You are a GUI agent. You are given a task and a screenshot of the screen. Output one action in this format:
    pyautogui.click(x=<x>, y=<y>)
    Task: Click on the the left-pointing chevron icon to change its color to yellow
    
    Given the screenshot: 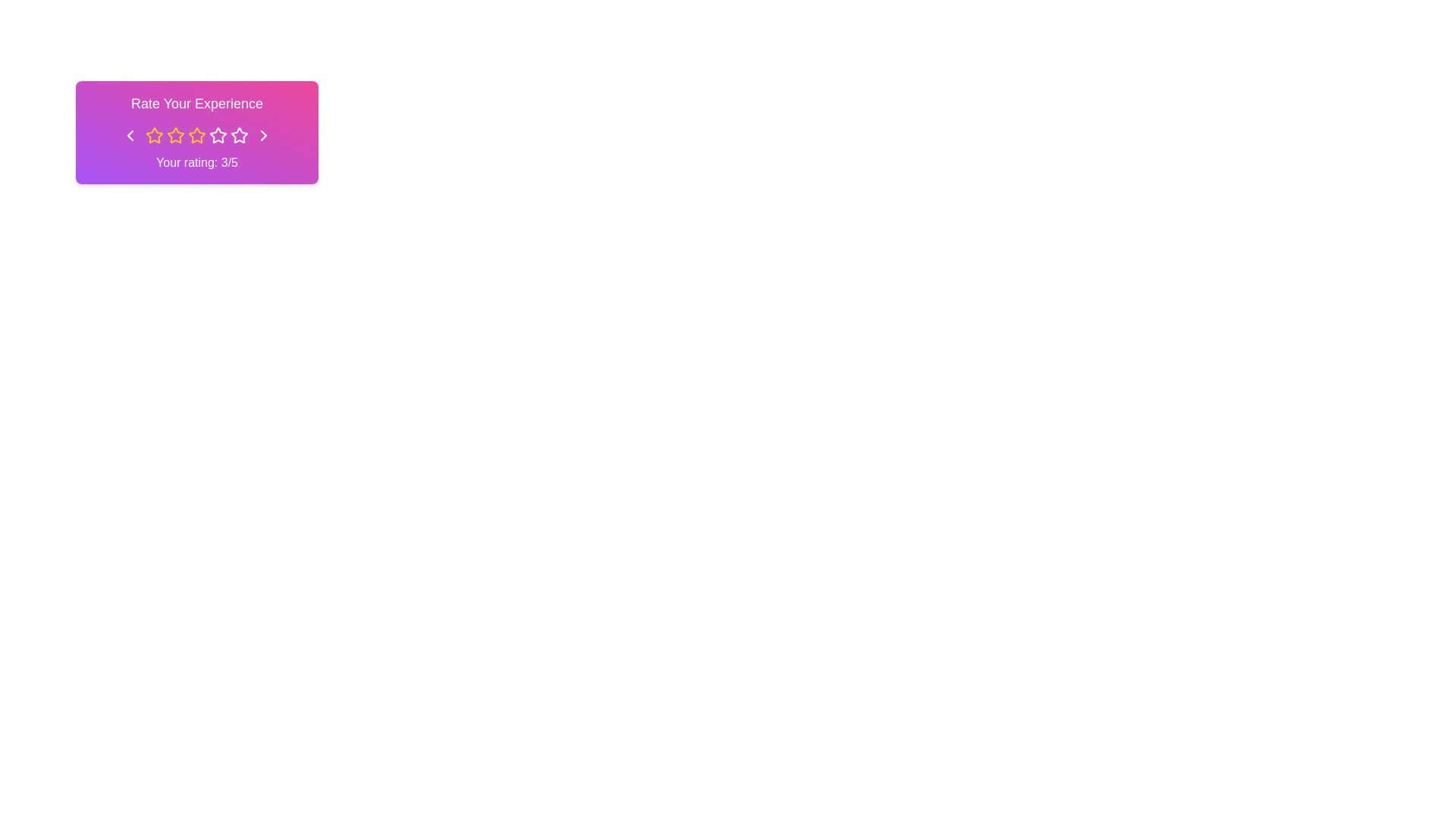 What is the action you would take?
    pyautogui.click(x=130, y=134)
    